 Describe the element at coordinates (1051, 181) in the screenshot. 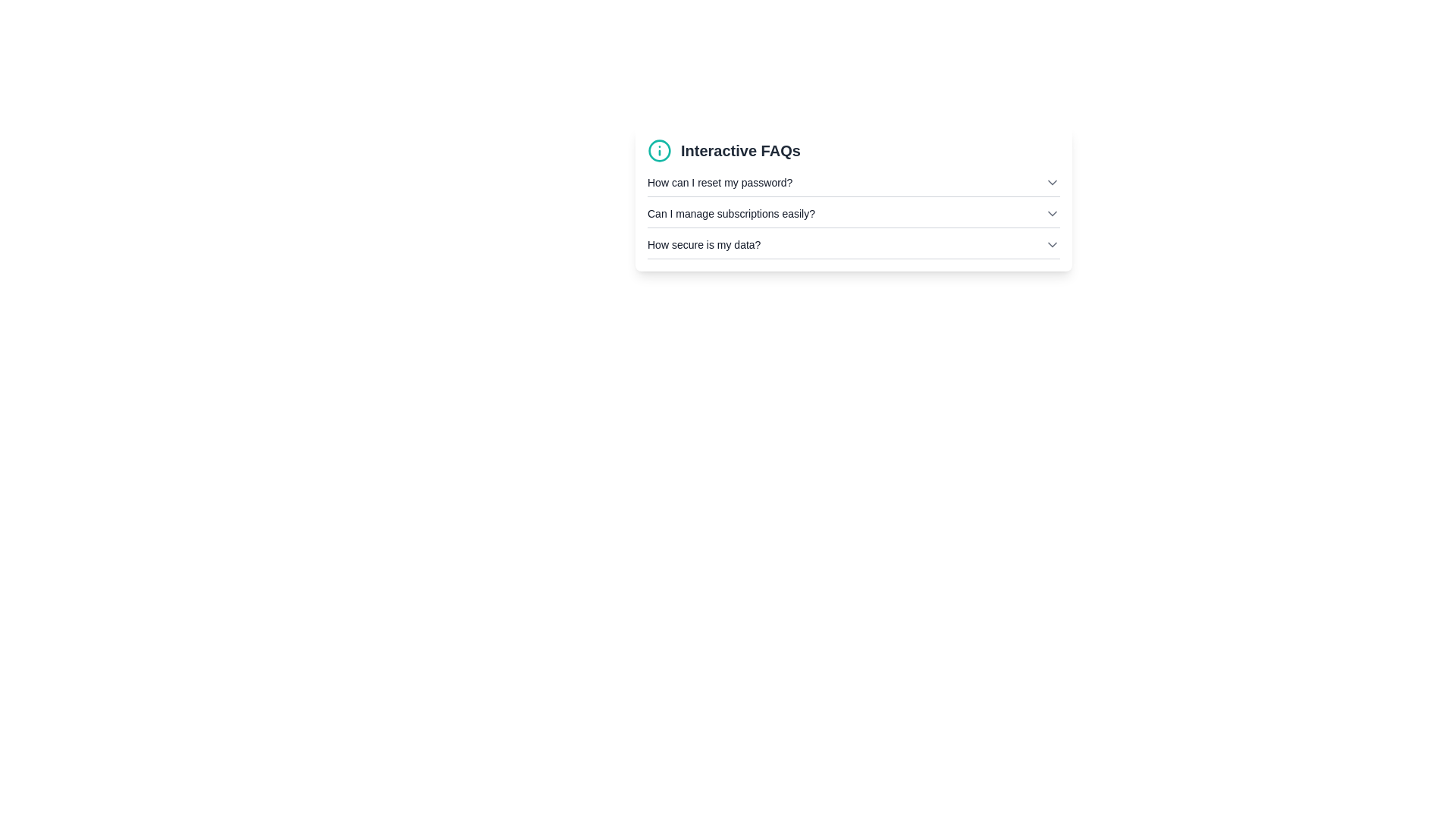

I see `the downward-pointing chevron icon located to the right of the question 'How can I reset my password?' in the FAQ section` at that location.